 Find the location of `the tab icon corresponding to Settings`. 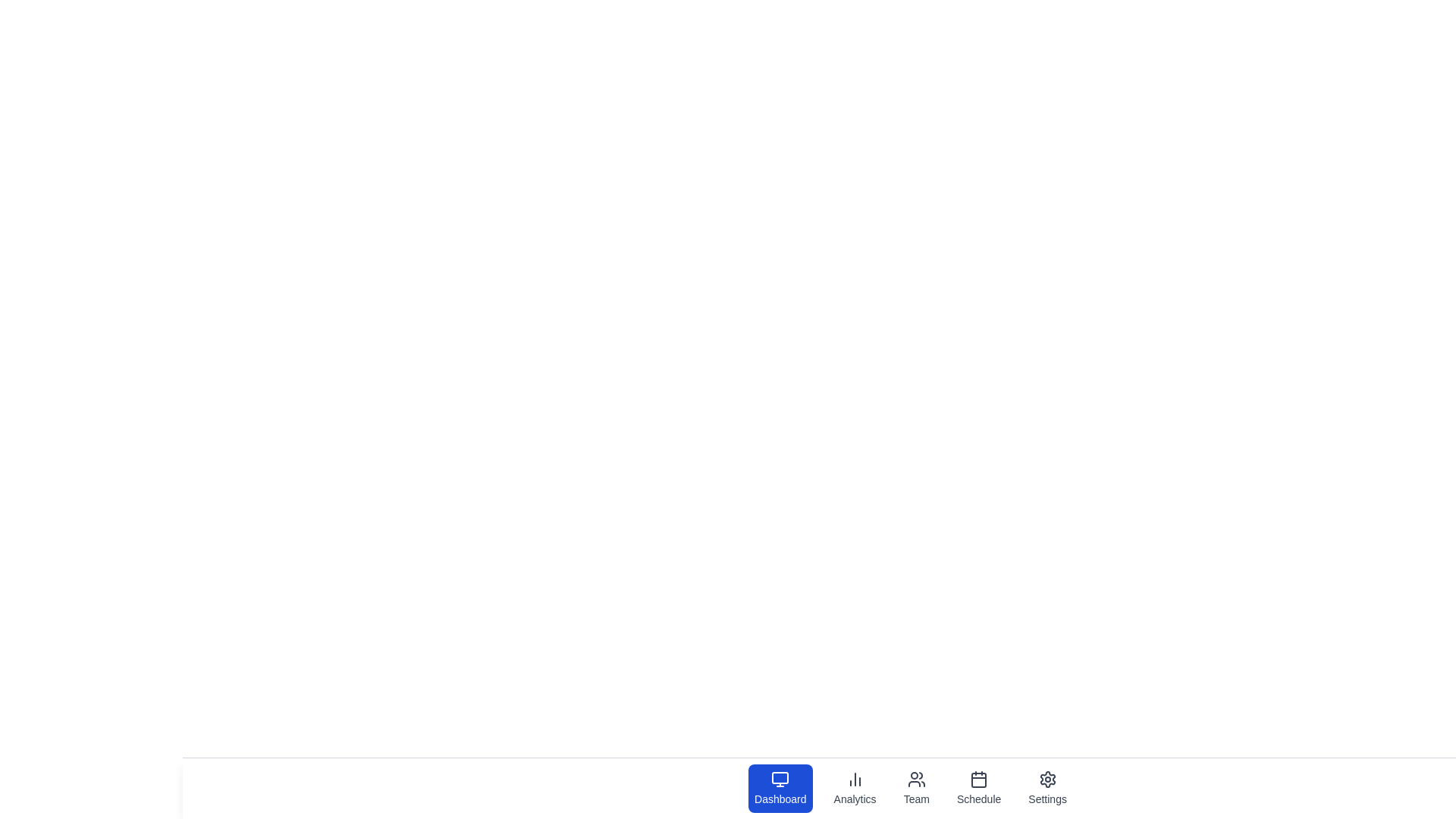

the tab icon corresponding to Settings is located at coordinates (1046, 788).